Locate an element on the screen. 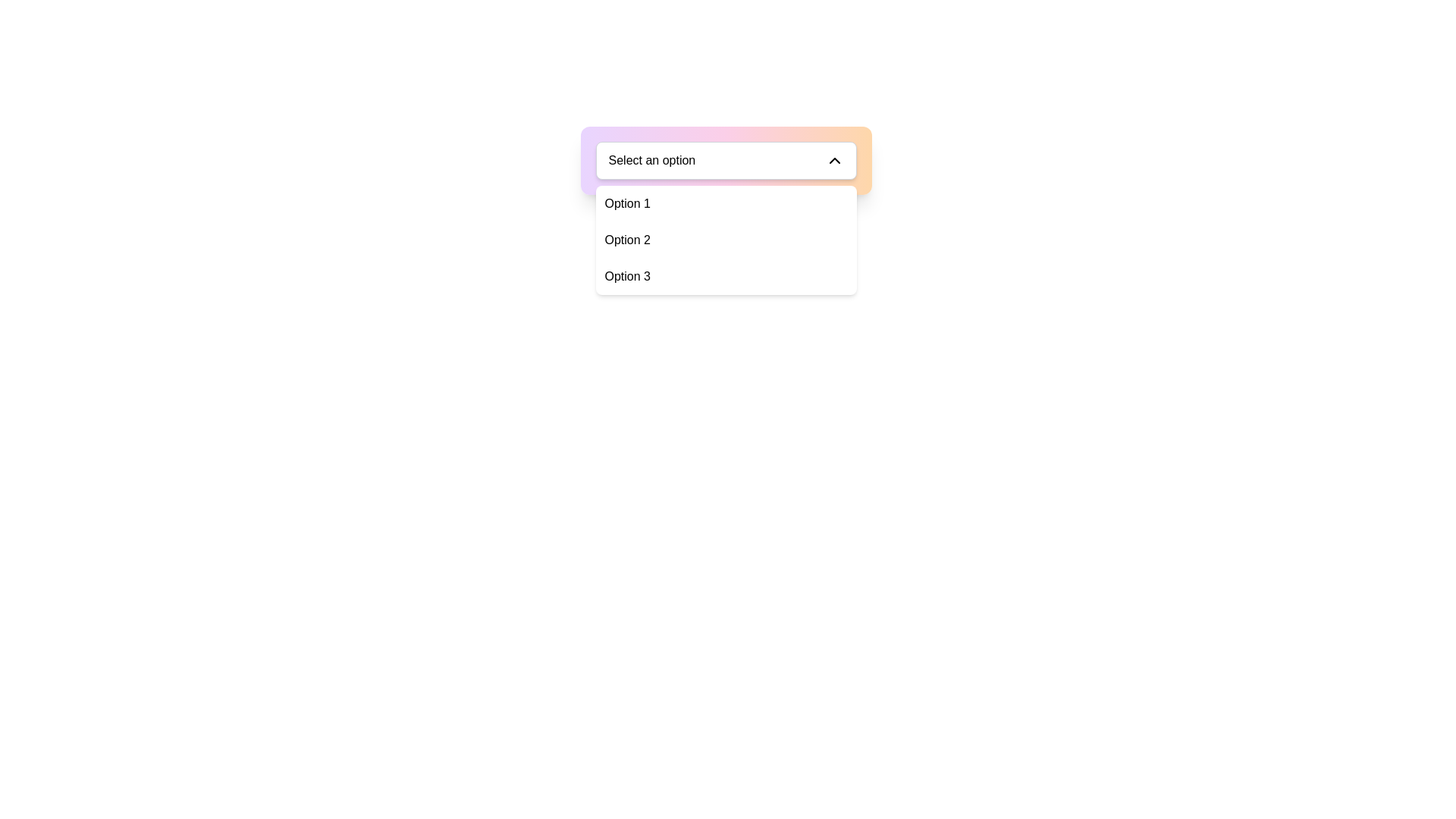  the second selectable option 'Option 2' is located at coordinates (725, 239).